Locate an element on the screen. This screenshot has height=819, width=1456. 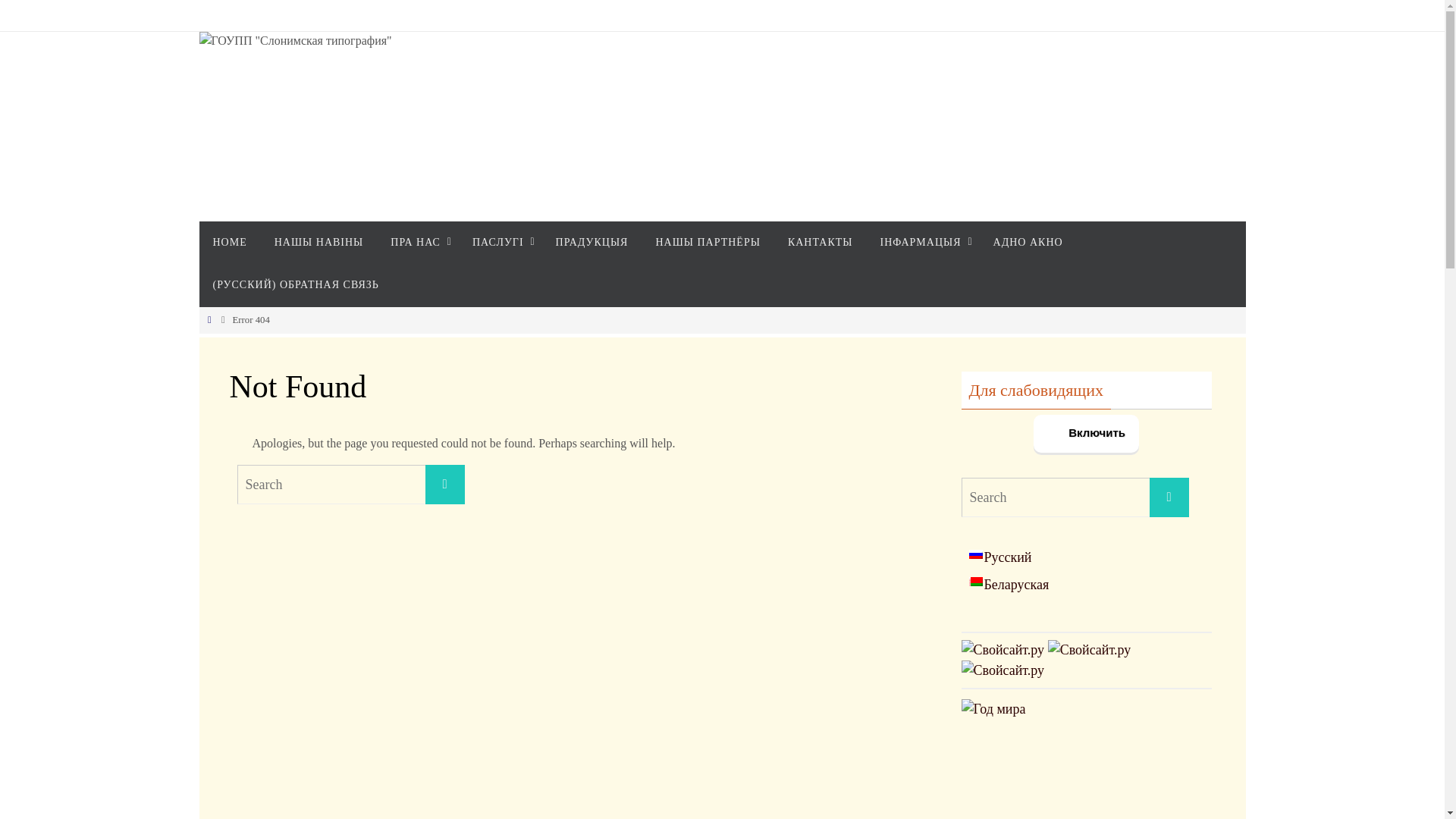
'HOME' is located at coordinates (198, 242).